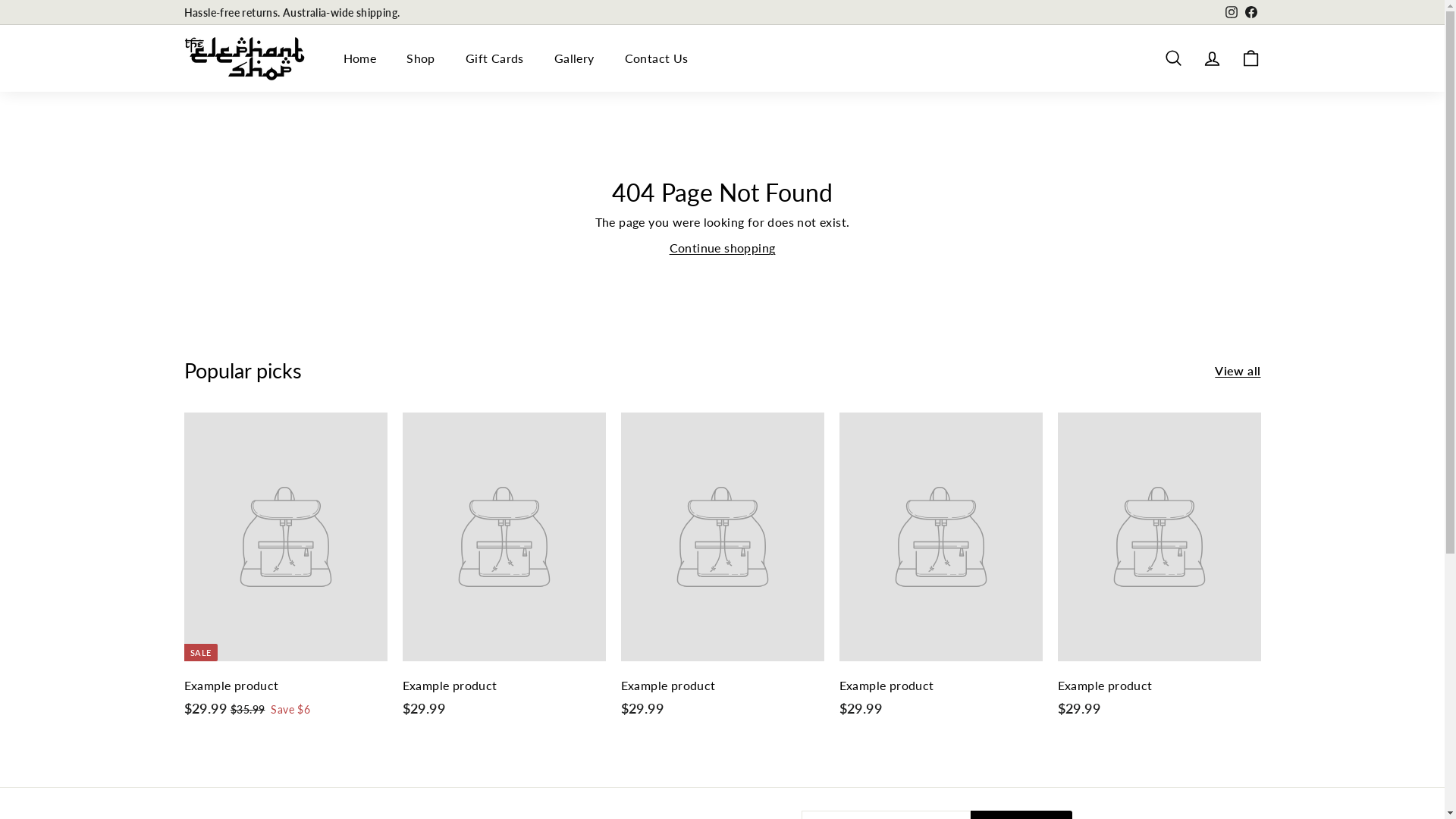 Image resolution: width=1456 pixels, height=819 pixels. What do you see at coordinates (573, 58) in the screenshot?
I see `'Gallery'` at bounding box center [573, 58].